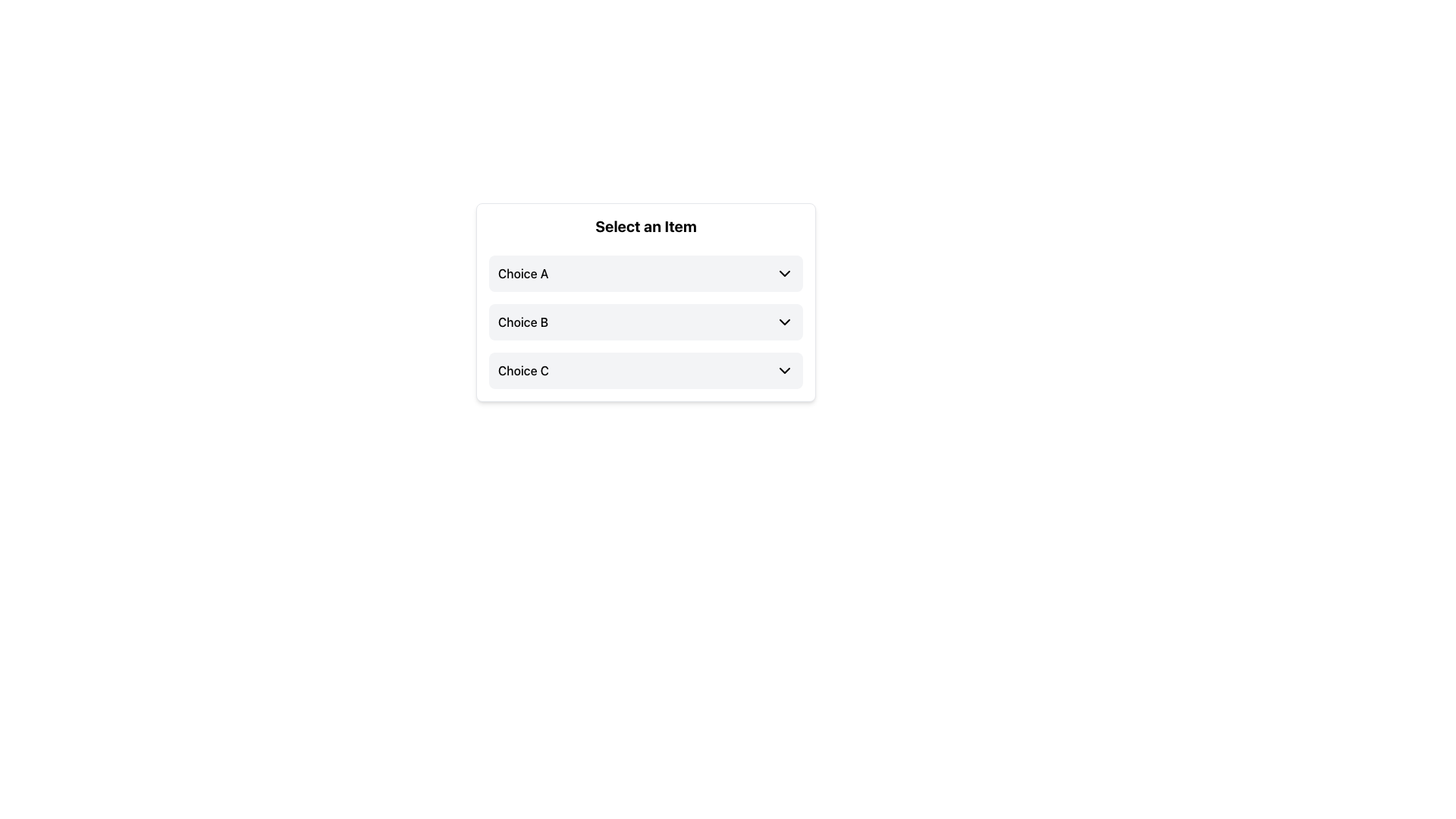 The height and width of the screenshot is (819, 1456). Describe the element at coordinates (645, 321) in the screenshot. I see `the list option labeled 'Choice B'` at that location.